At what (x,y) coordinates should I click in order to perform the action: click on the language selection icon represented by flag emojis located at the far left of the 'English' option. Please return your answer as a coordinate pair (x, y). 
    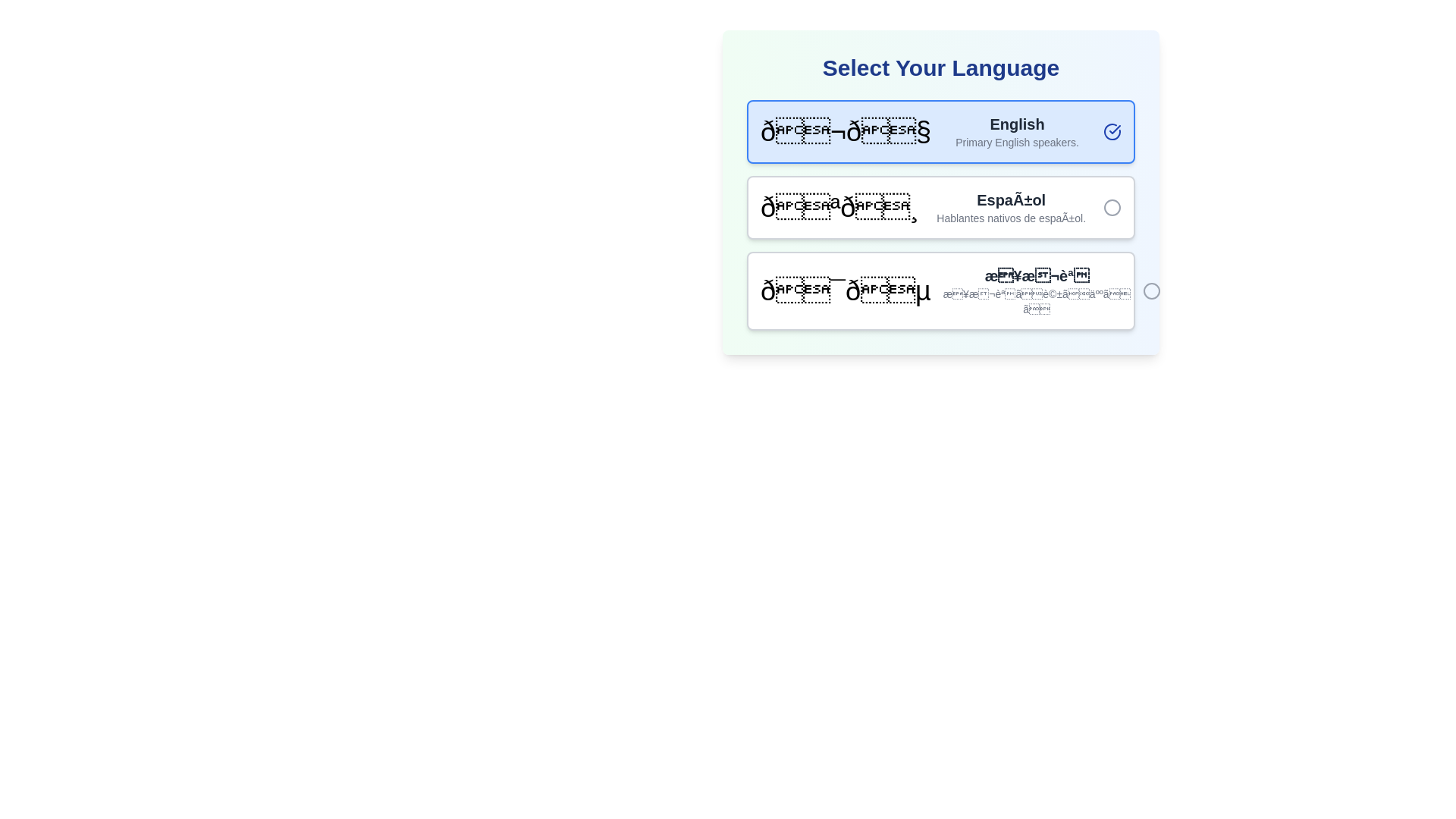
    Looking at the image, I should click on (845, 130).